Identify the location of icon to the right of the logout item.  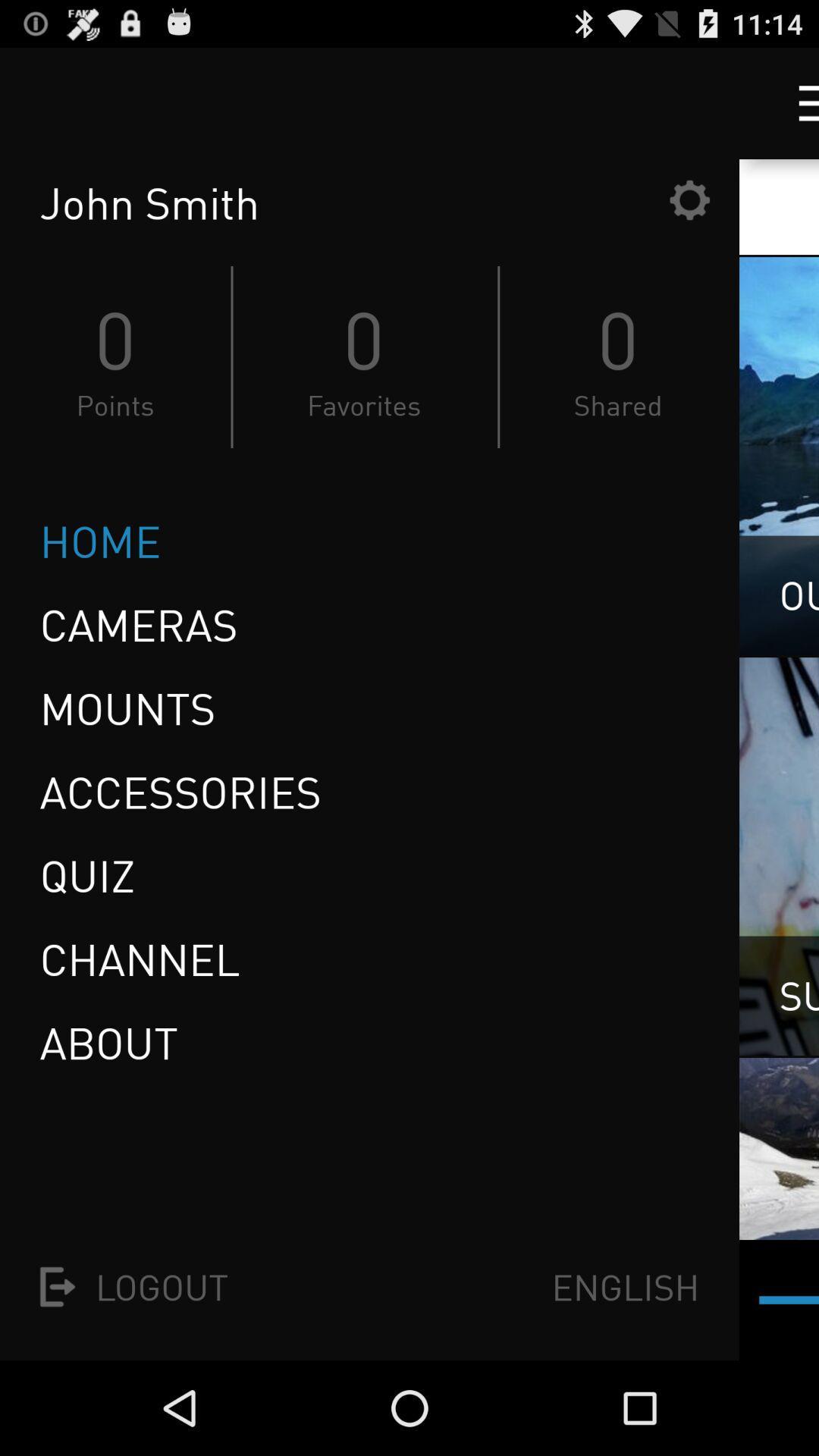
(626, 1286).